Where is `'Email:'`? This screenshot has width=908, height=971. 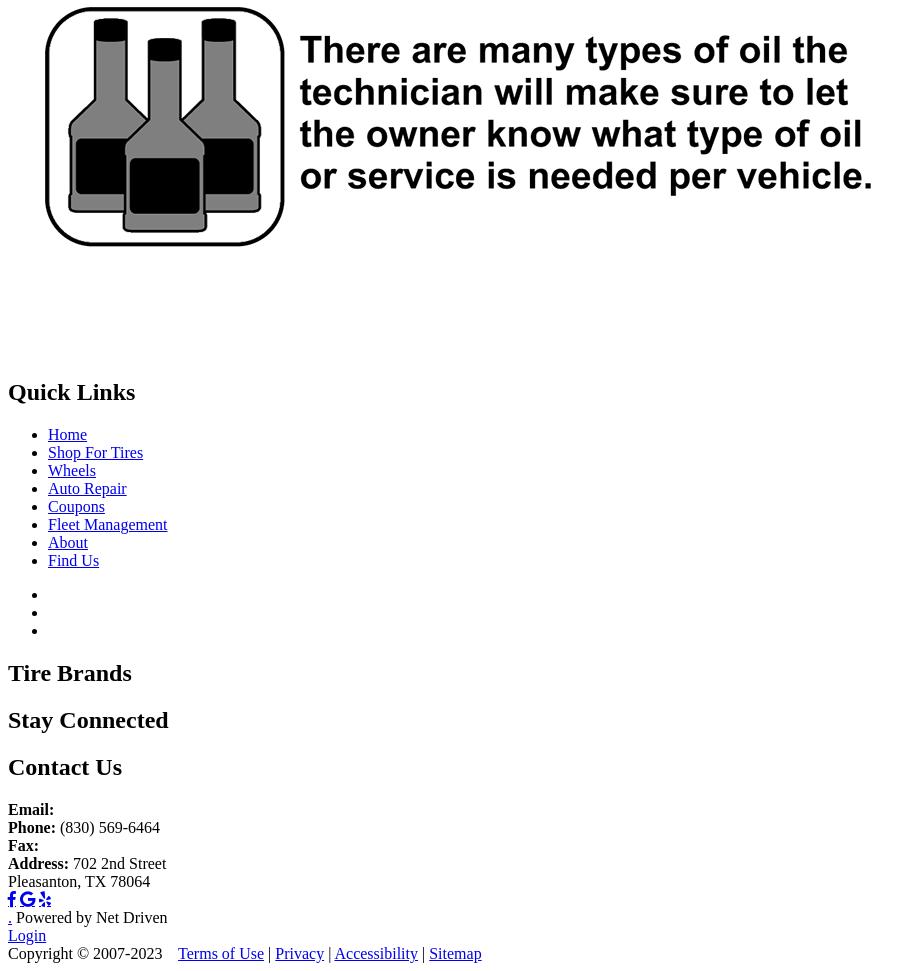 'Email:' is located at coordinates (29, 808).